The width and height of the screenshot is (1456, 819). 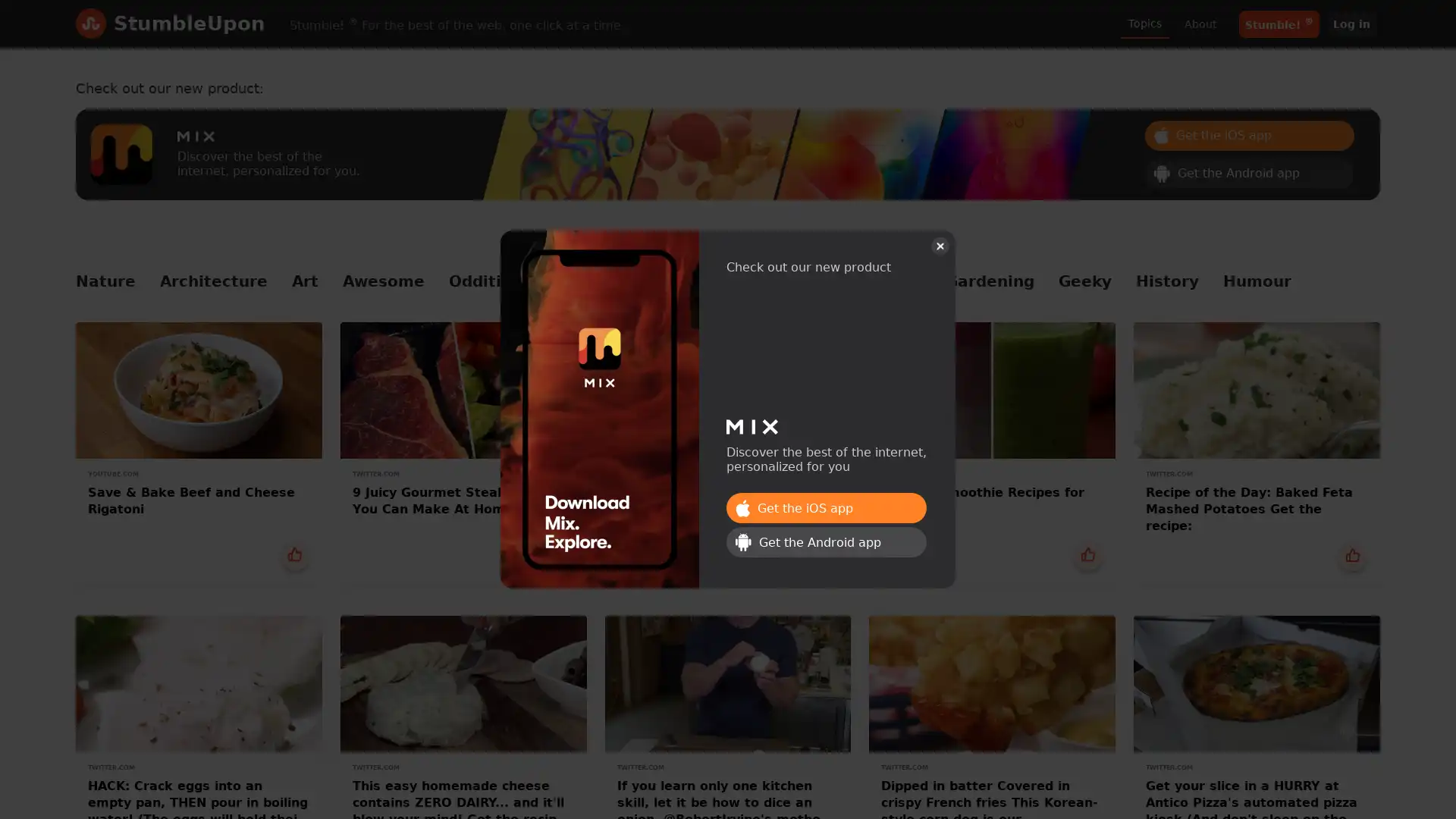 I want to click on Header Image 1 Get the Android app, so click(x=1249, y=171).